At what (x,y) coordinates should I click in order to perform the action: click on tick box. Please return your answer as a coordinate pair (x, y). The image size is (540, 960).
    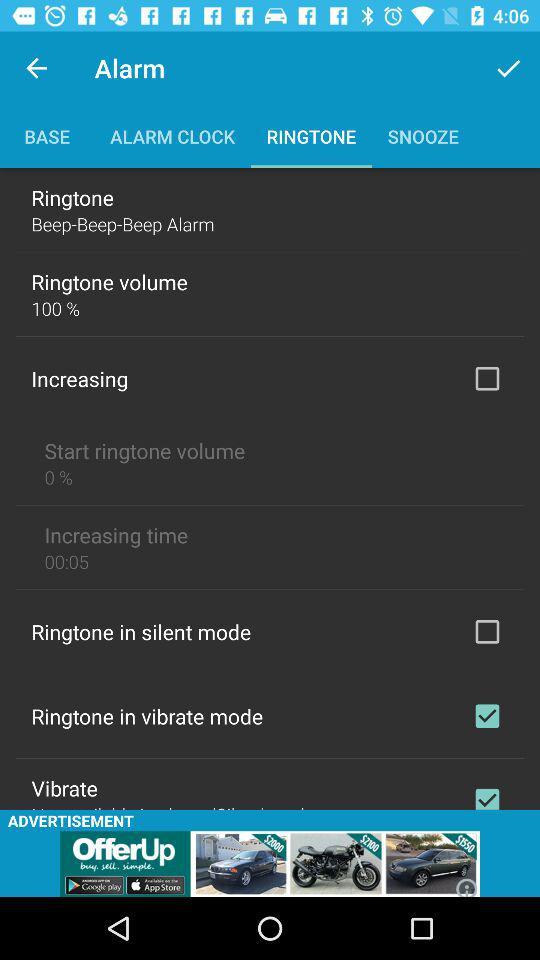
    Looking at the image, I should click on (486, 630).